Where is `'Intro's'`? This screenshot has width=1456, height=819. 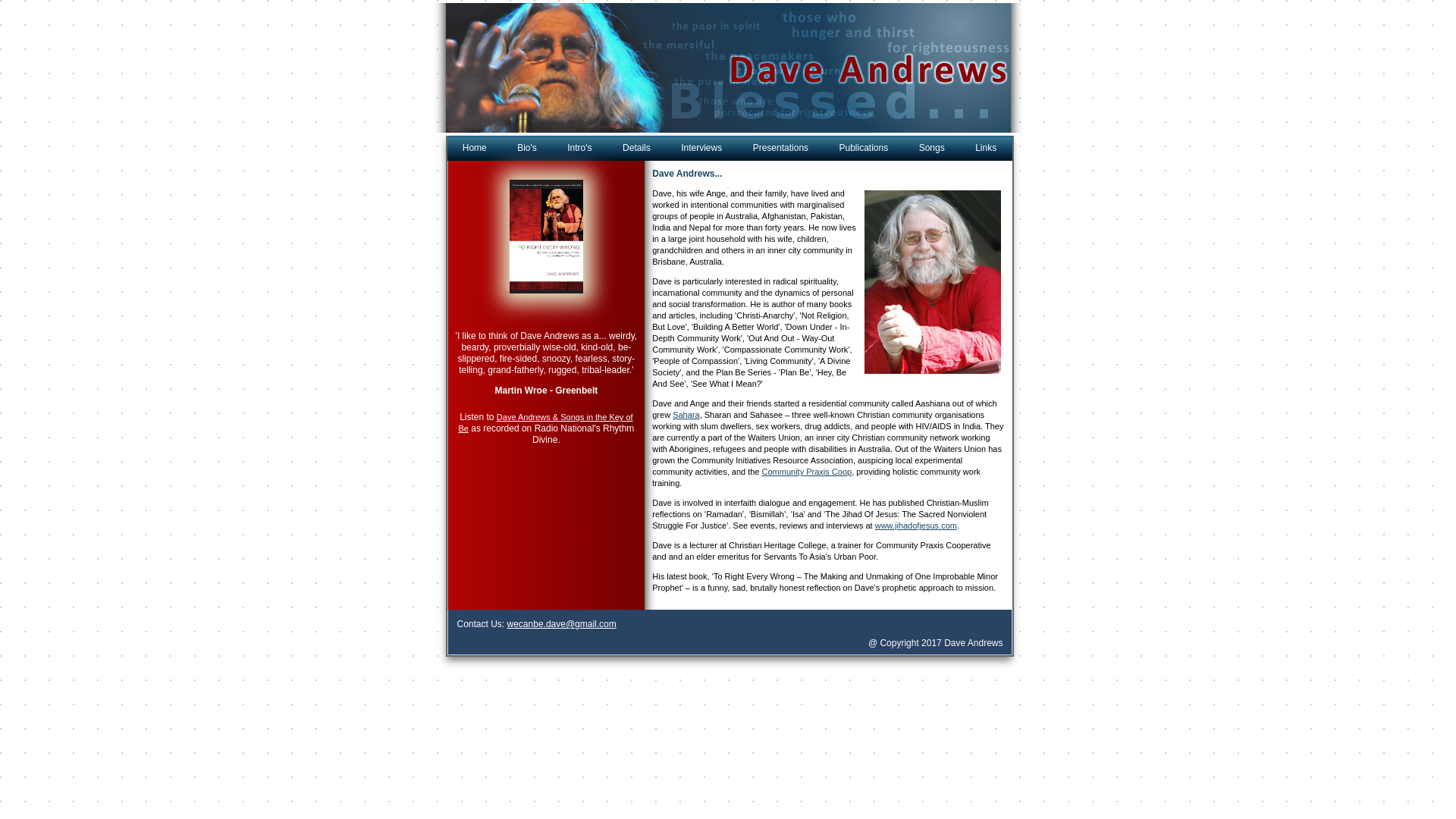 'Intro's' is located at coordinates (578, 148).